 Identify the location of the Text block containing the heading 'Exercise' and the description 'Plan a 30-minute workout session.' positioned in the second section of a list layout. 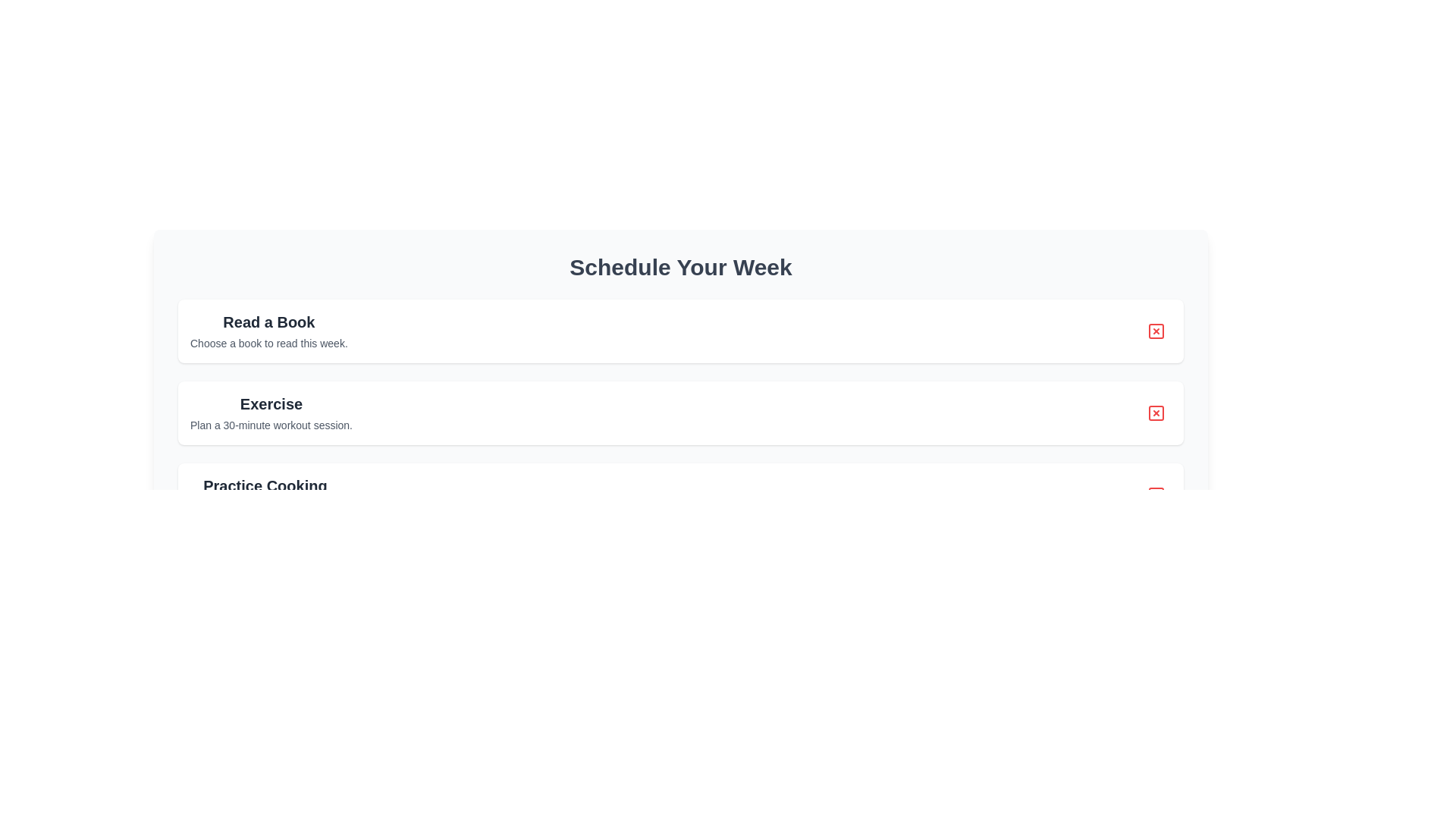
(271, 413).